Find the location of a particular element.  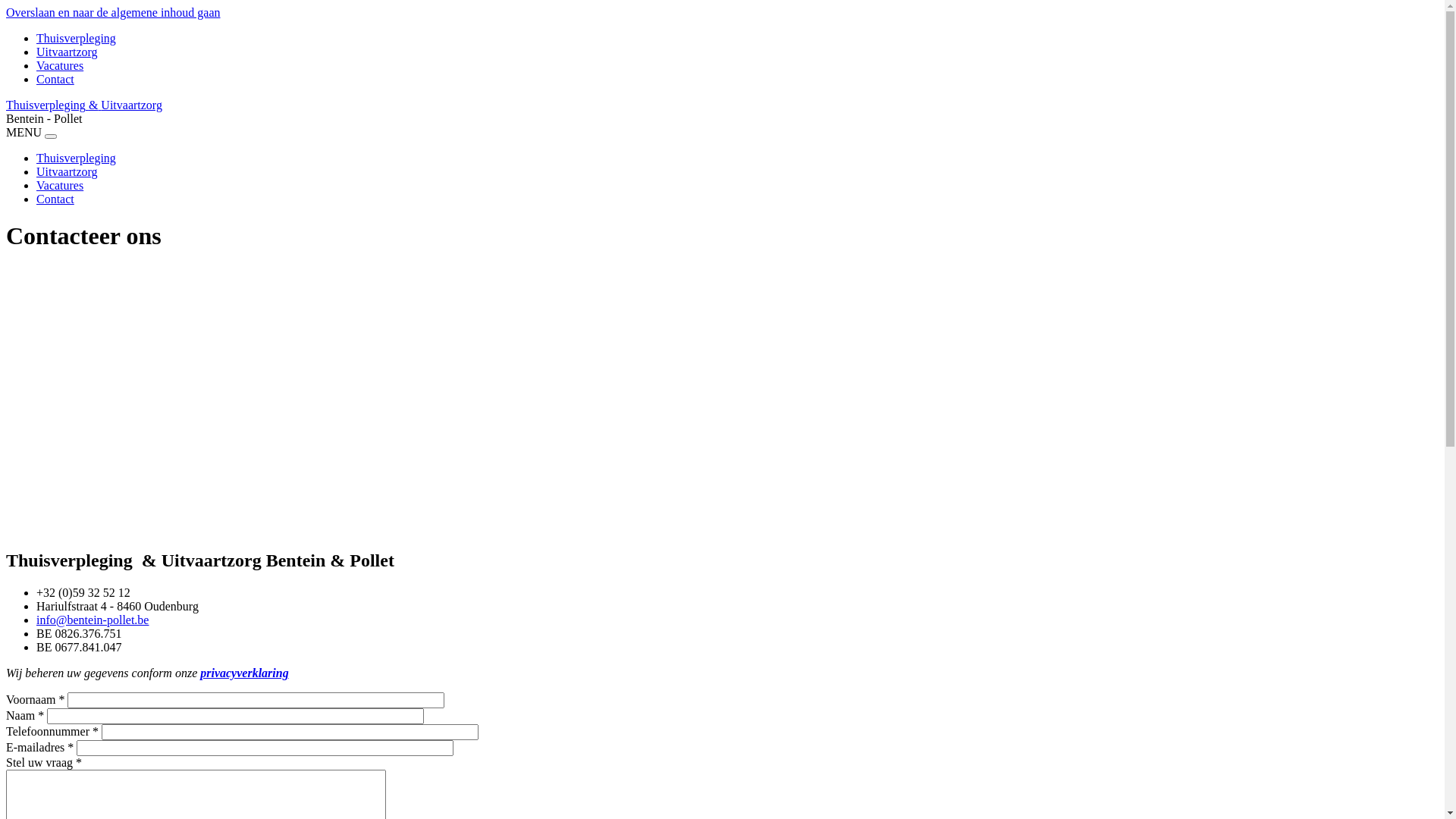

'Overslaan en naar de algemene inhoud gaan' is located at coordinates (112, 12).